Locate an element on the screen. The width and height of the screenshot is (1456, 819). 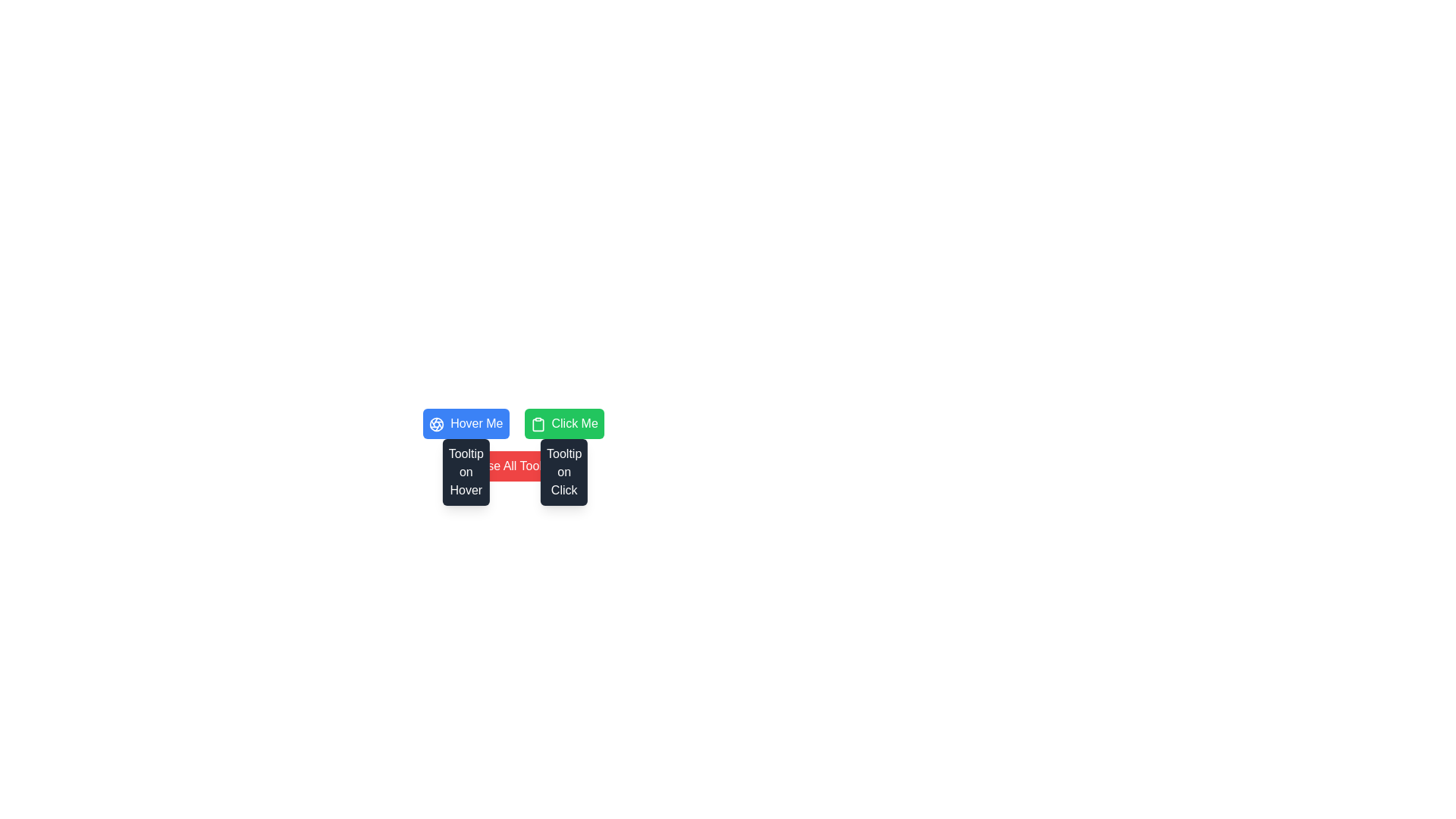
the circular icon resembling an aperture or camera shutter, located to the left of the text within the blue button labeled 'Hover Me' is located at coordinates (436, 424).